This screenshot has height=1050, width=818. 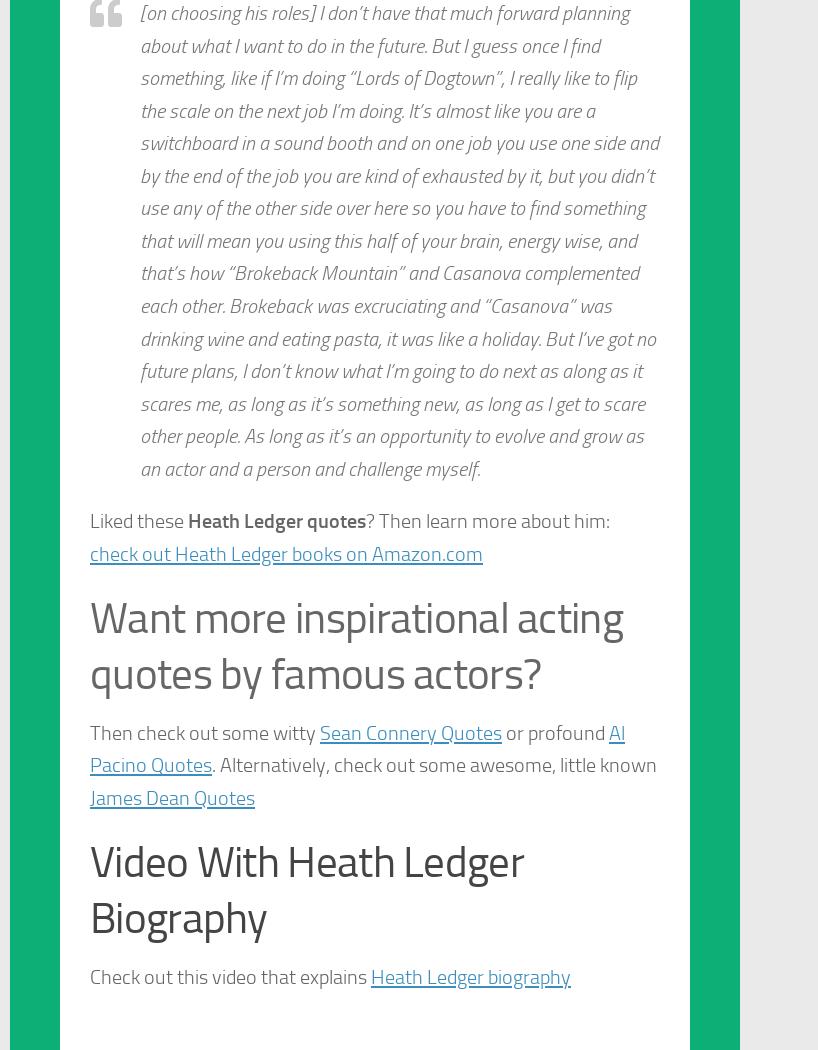 What do you see at coordinates (89, 520) in the screenshot?
I see `'Liked these'` at bounding box center [89, 520].